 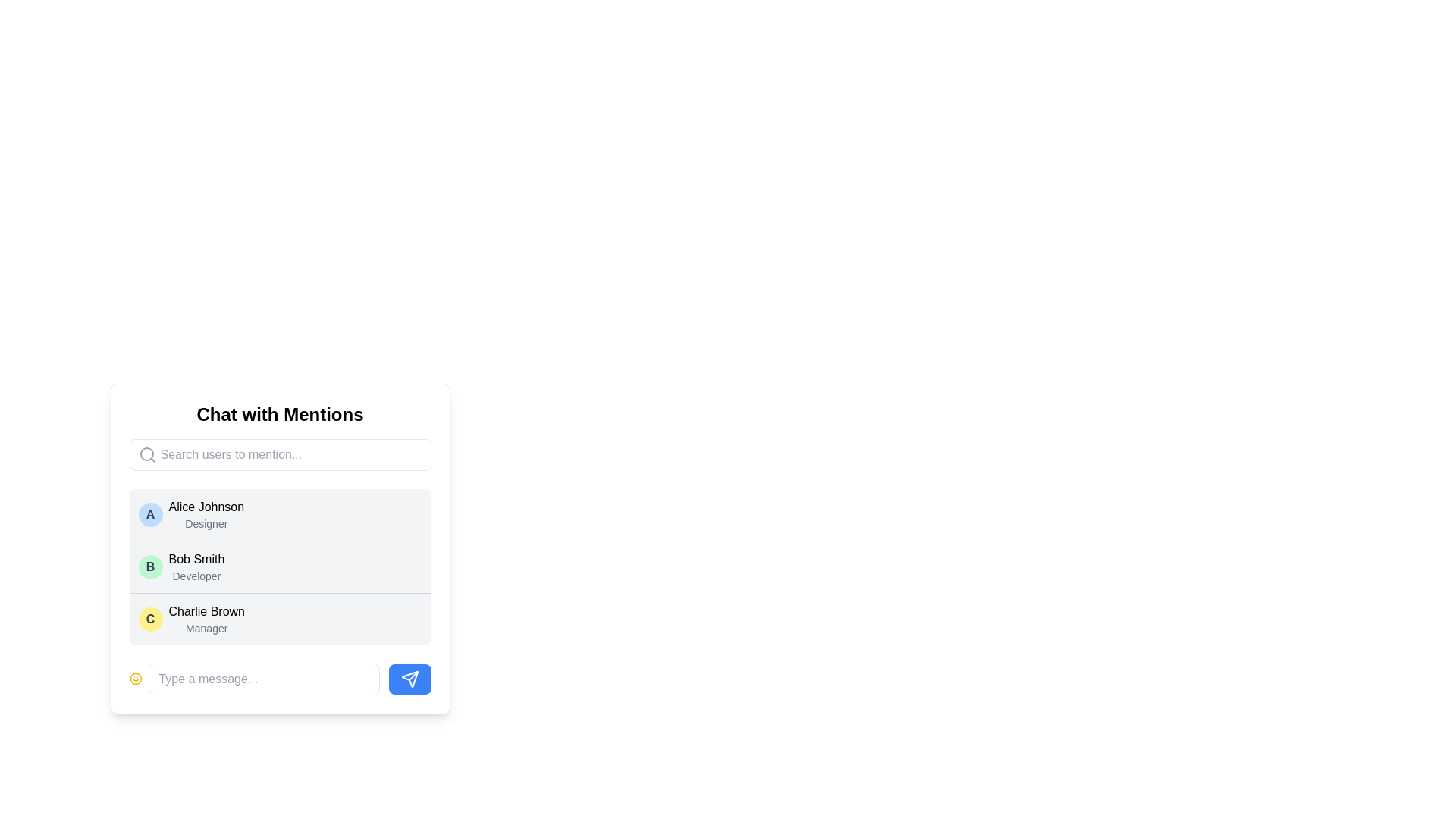 What do you see at coordinates (136, 678) in the screenshot?
I see `the yellow circular smiley icon located to the left of the text input field in the comment section` at bounding box center [136, 678].